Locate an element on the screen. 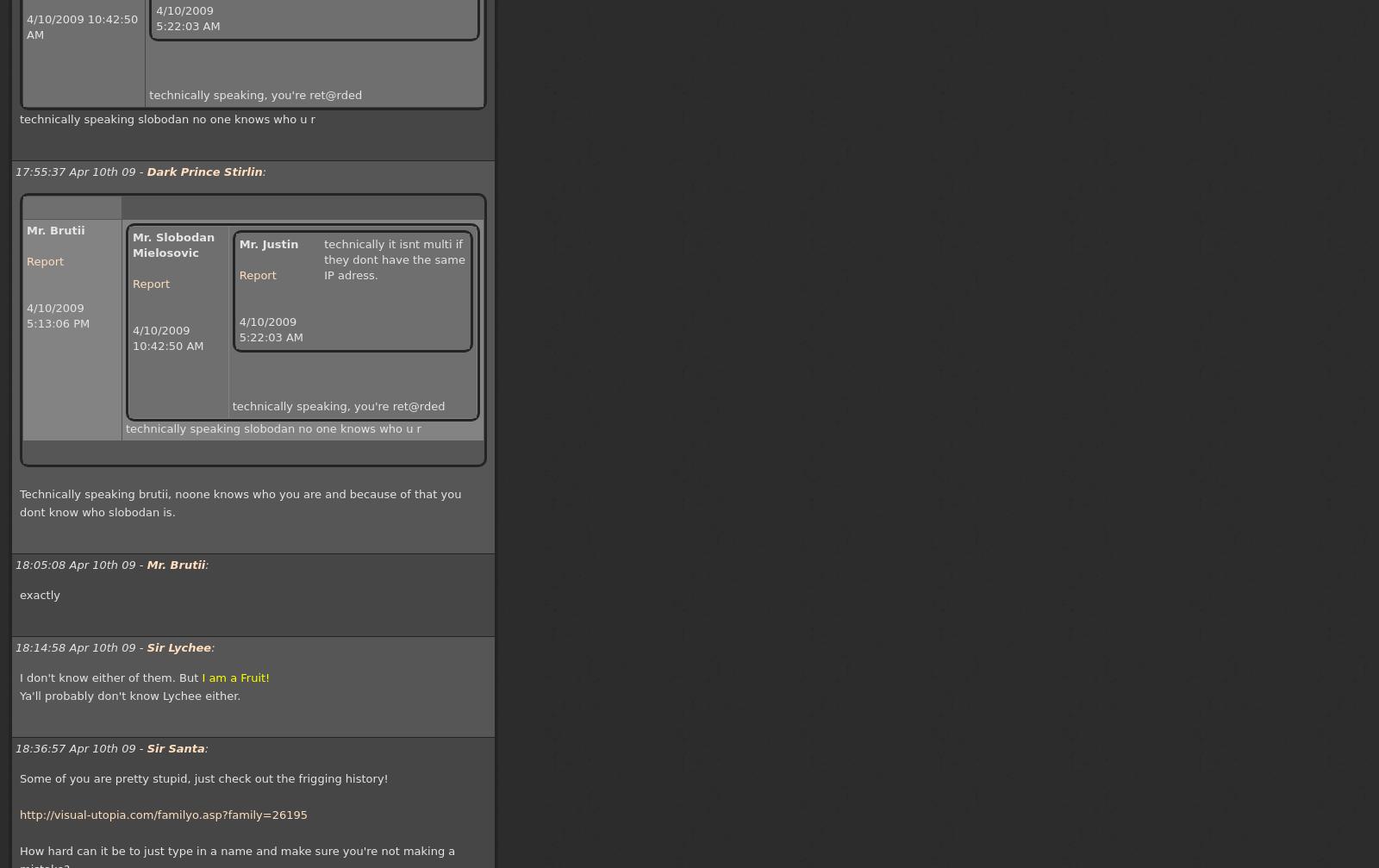 The height and width of the screenshot is (868, 1379). 'Mr. Justin' is located at coordinates (268, 244).